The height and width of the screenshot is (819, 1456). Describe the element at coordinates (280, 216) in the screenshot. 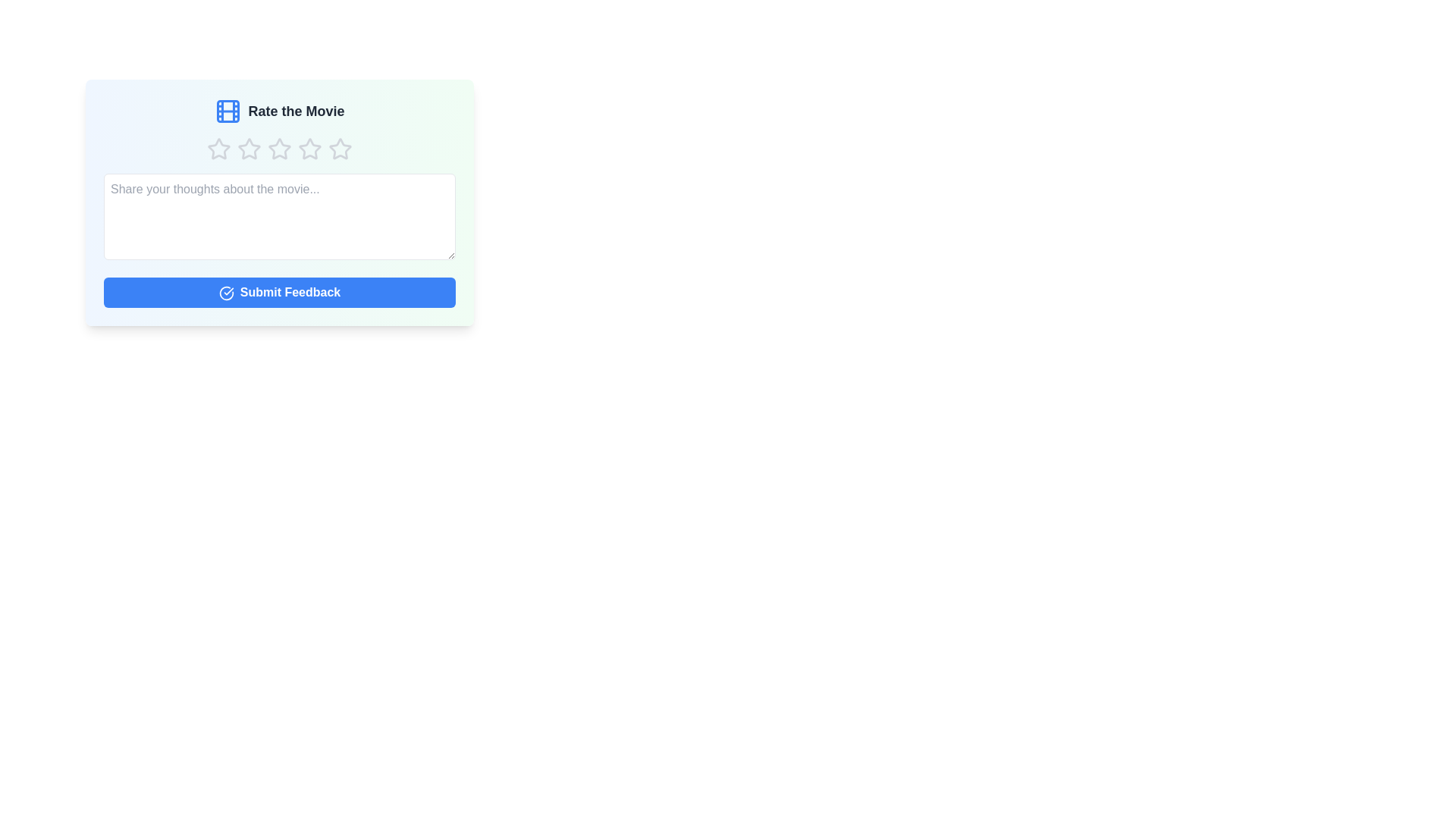

I see `the text area and type the review text` at that location.